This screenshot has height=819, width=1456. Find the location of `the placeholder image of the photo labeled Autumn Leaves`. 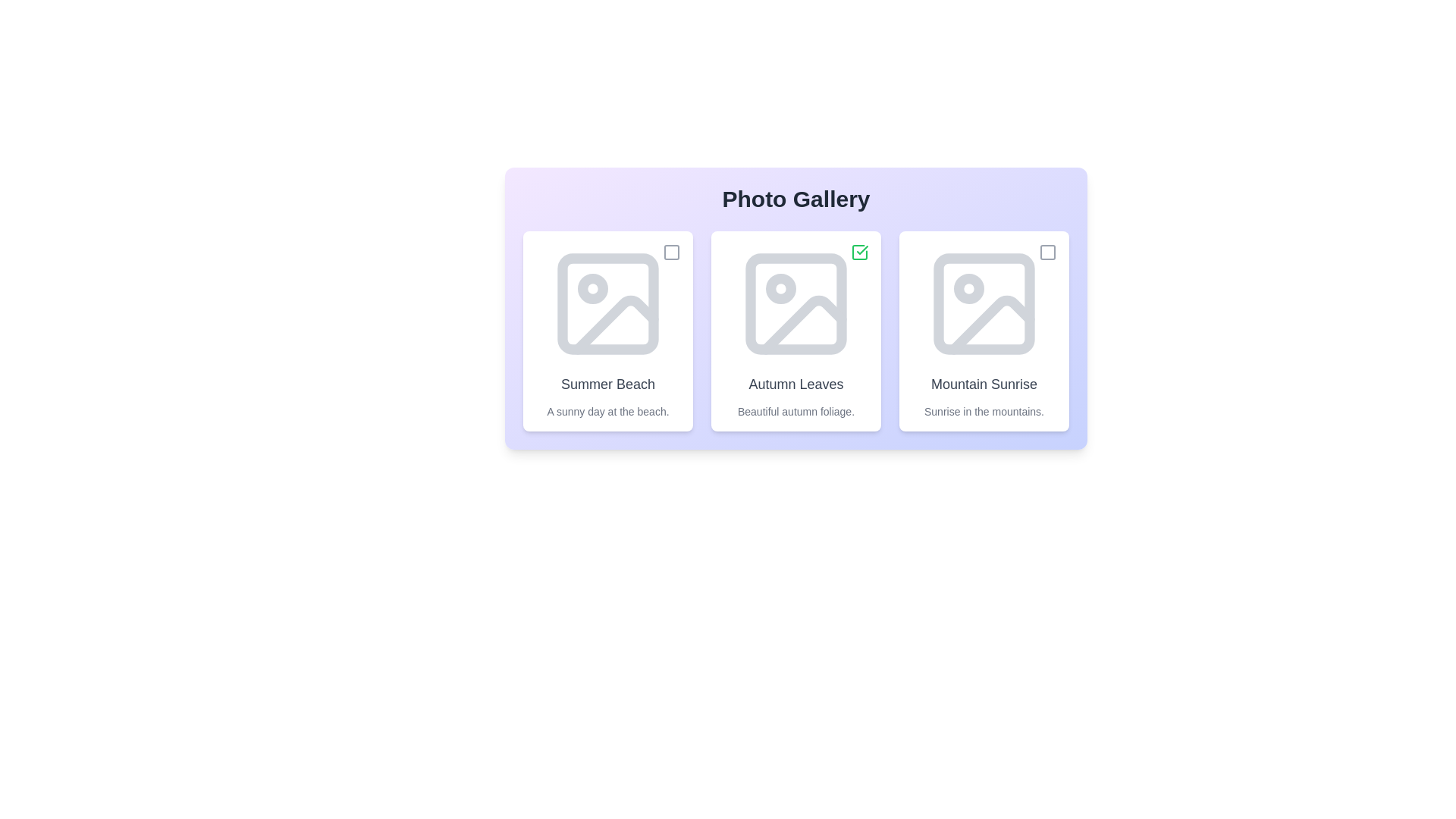

the placeholder image of the photo labeled Autumn Leaves is located at coordinates (795, 304).